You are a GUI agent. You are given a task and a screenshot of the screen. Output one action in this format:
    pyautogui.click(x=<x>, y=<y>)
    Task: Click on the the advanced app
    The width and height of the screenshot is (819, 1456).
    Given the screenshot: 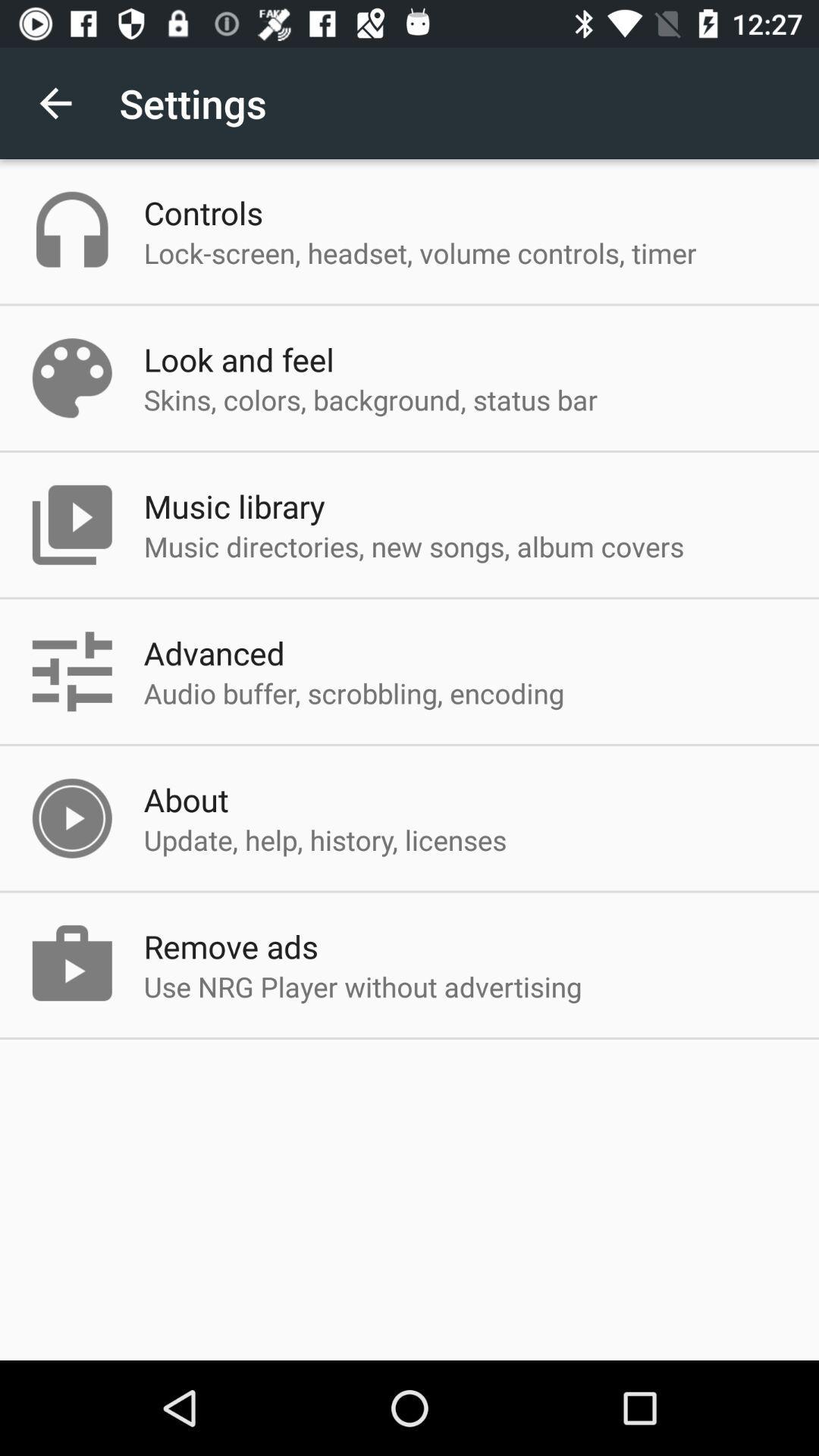 What is the action you would take?
    pyautogui.click(x=214, y=652)
    